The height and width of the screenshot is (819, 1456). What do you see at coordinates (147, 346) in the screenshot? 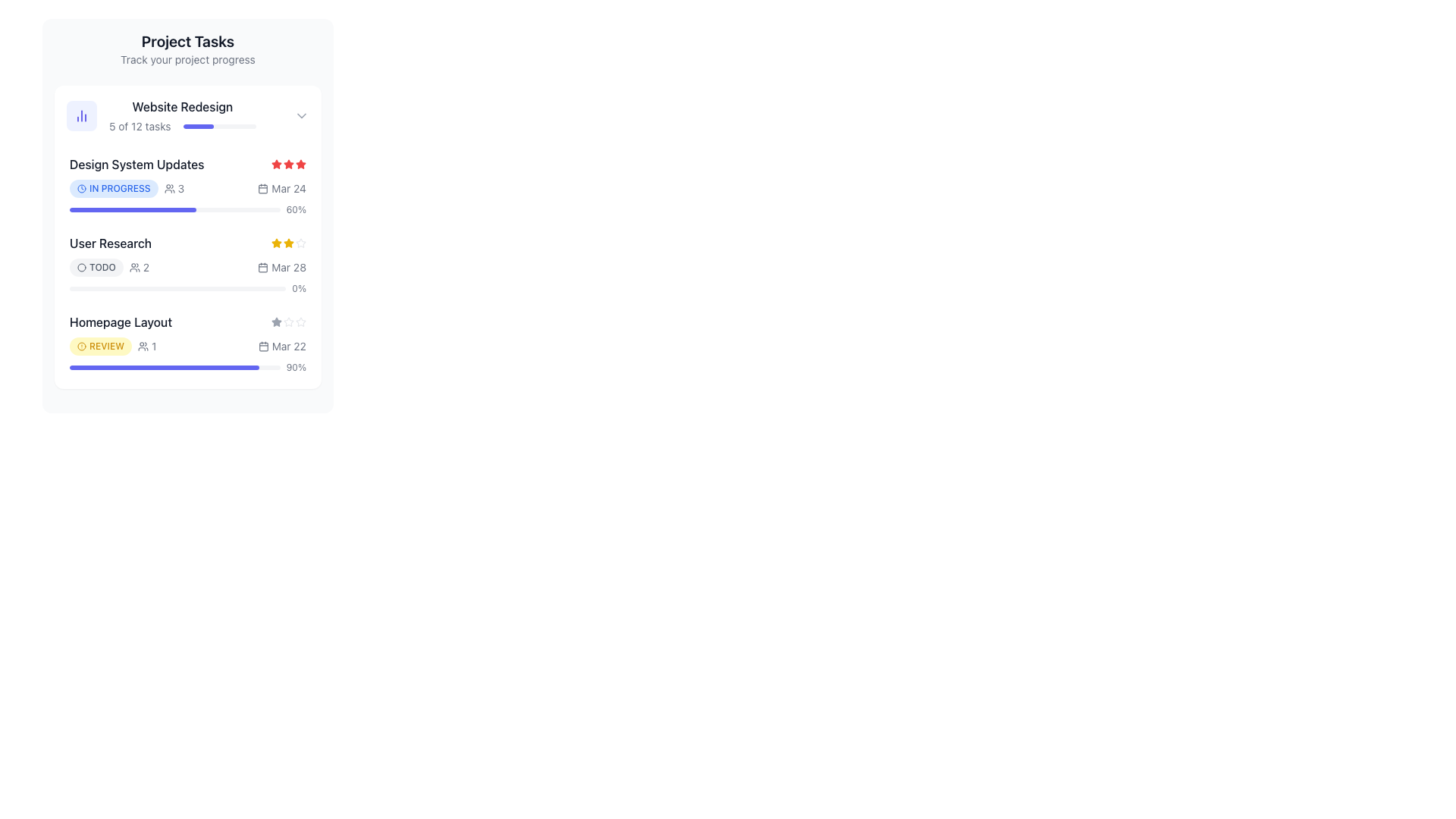
I see `the informational element displaying the number of user interactions or participants associated with the 'Homepage Layout' task, located in the lower-right section of the task row, next to the 'REVIEW' badge and the date entry 'Mar 22'` at bounding box center [147, 346].